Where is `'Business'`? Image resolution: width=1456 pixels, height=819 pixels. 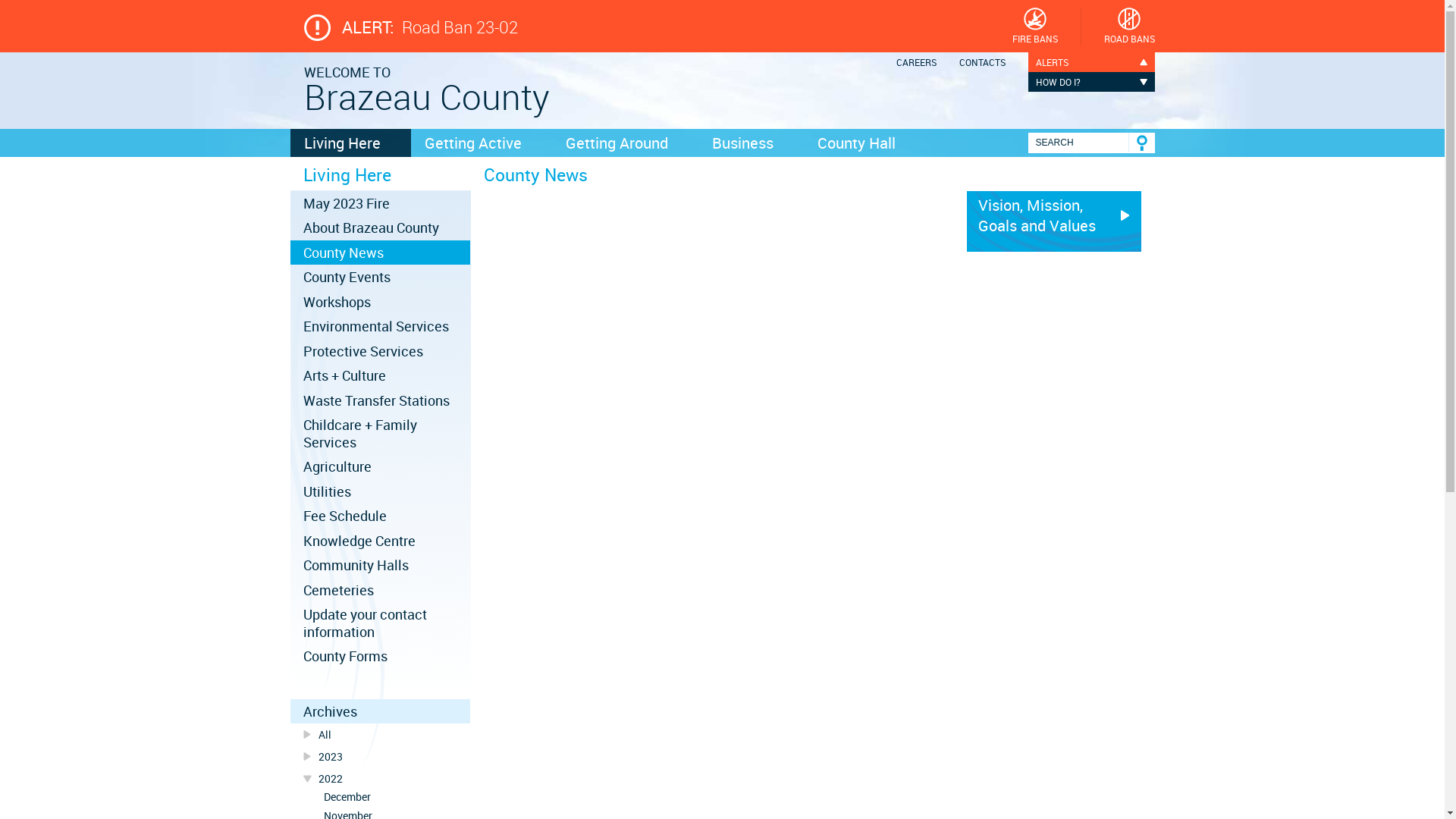
'Business' is located at coordinates (750, 143).